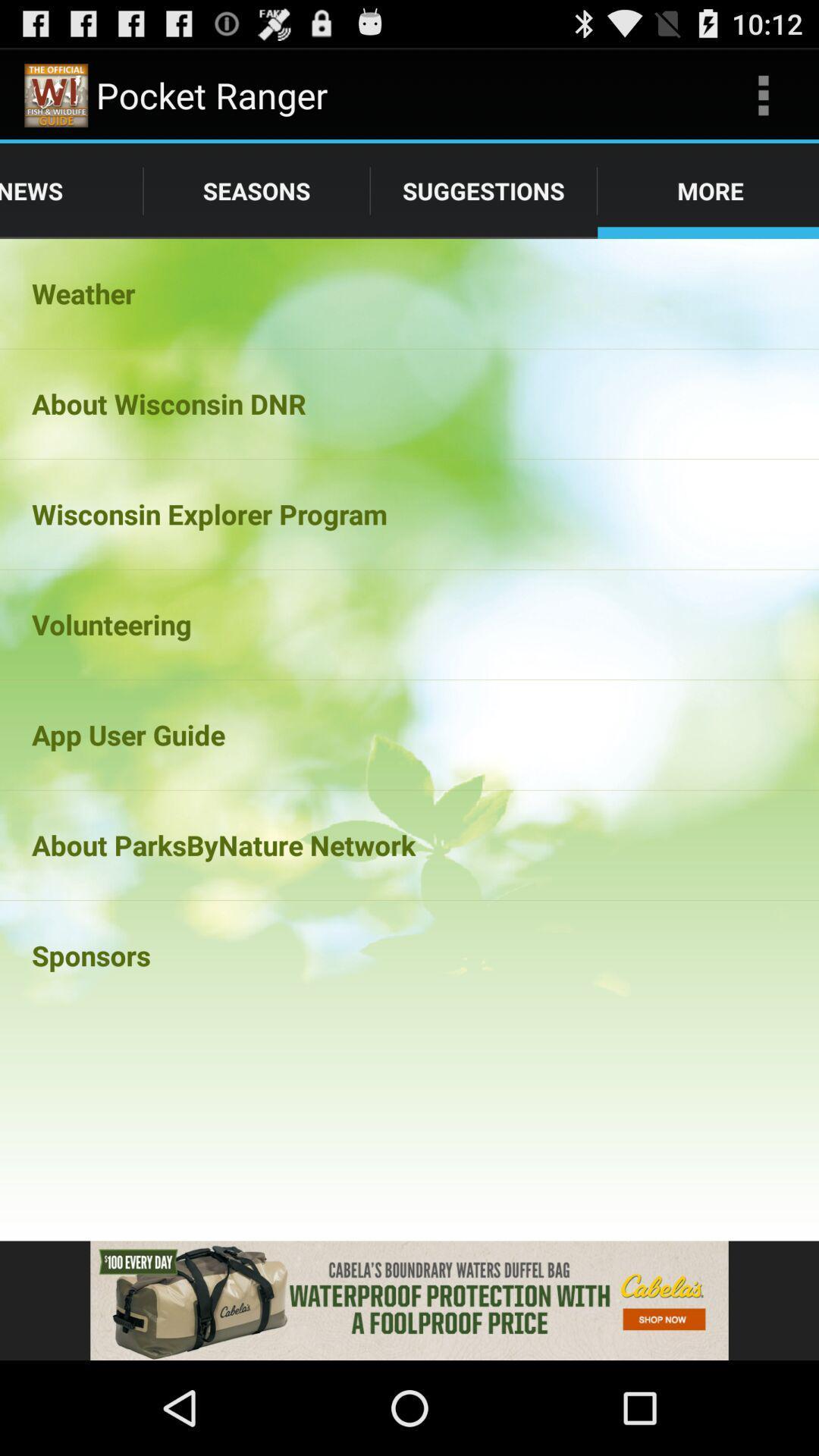 The height and width of the screenshot is (1456, 819). Describe the element at coordinates (409, 1300) in the screenshot. I see `advertisement banner` at that location.